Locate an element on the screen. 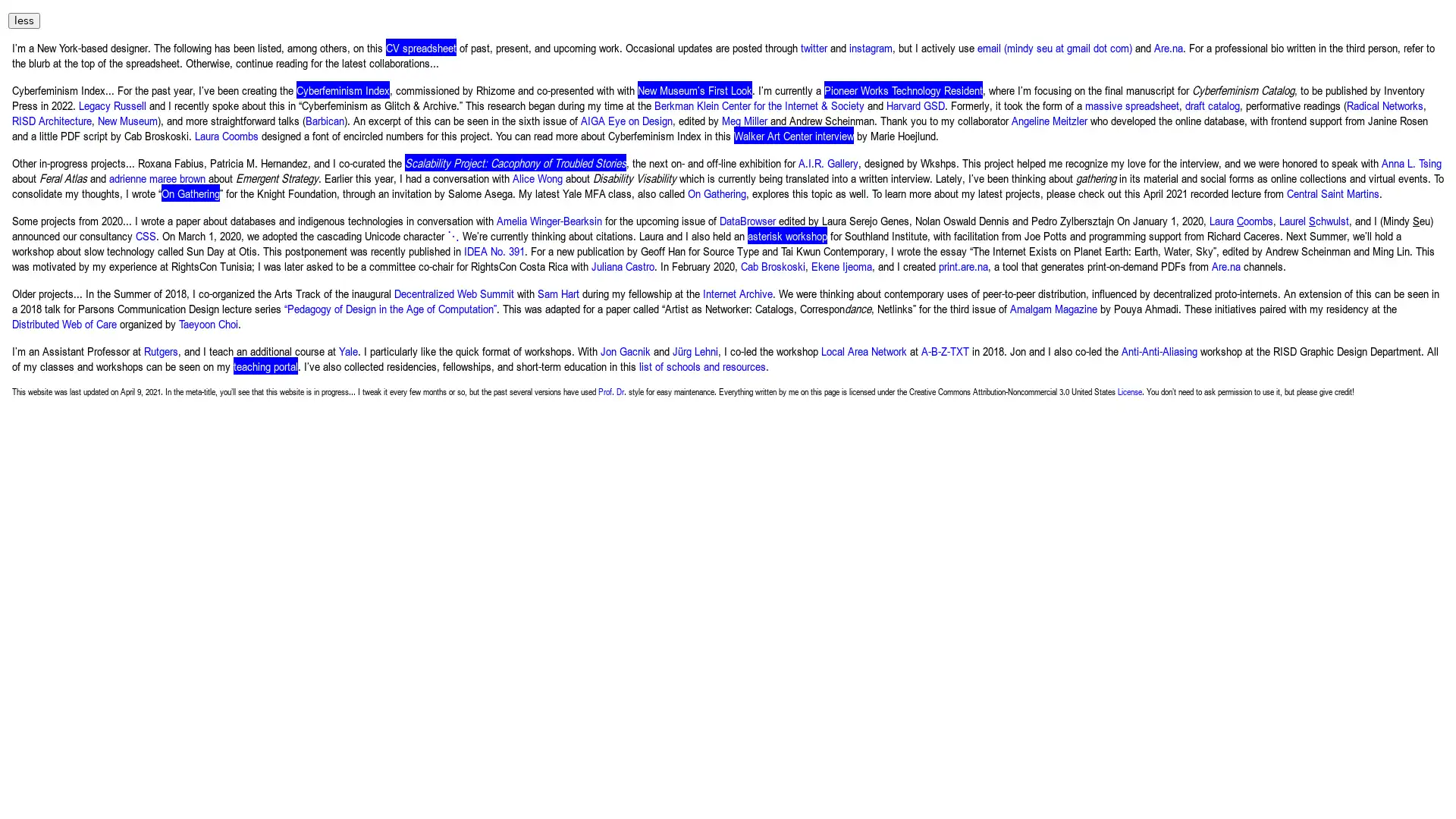 This screenshot has width=1456, height=819. less is located at coordinates (24, 20).